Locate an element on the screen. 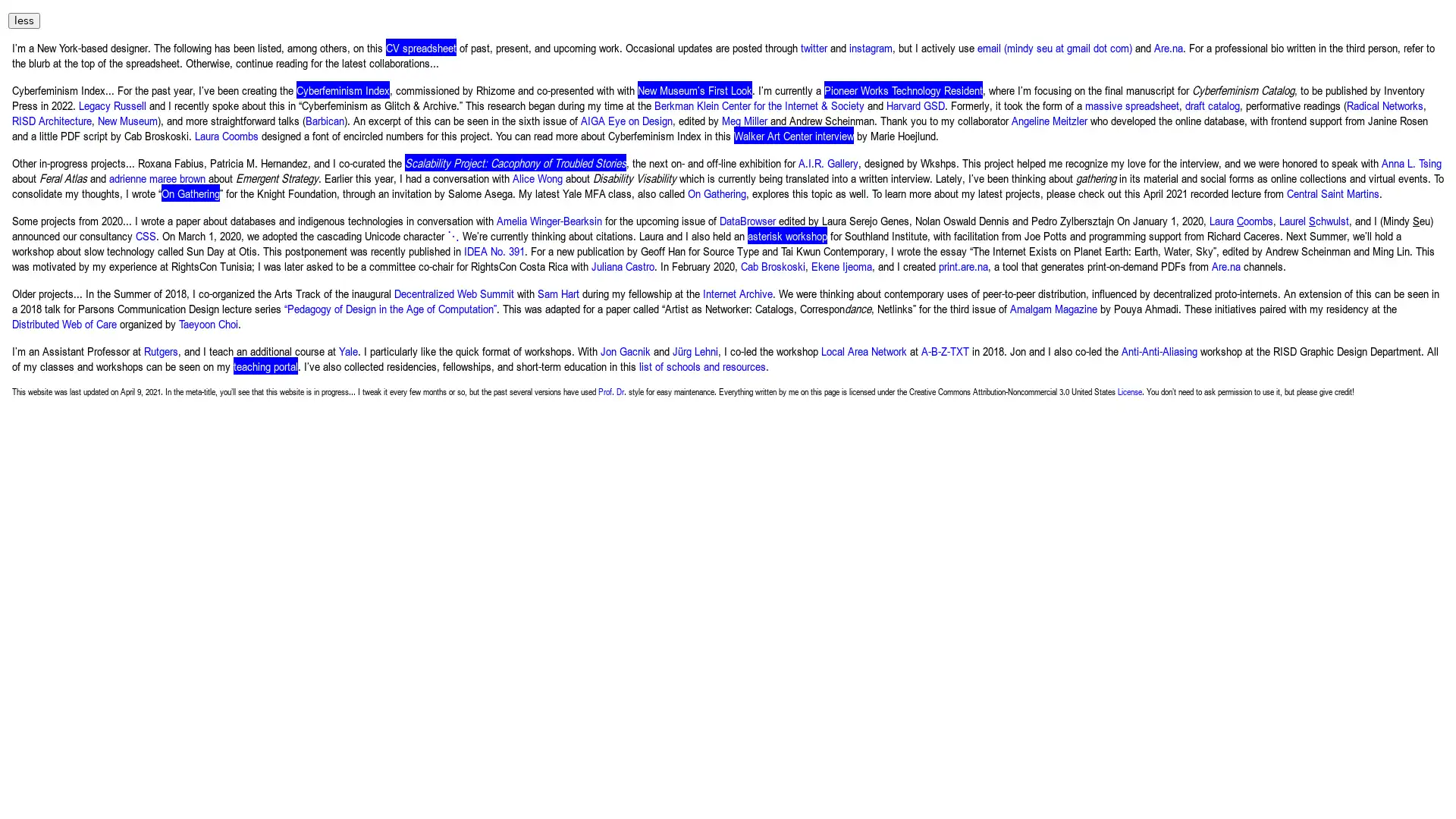 This screenshot has width=1456, height=819. less is located at coordinates (24, 20).